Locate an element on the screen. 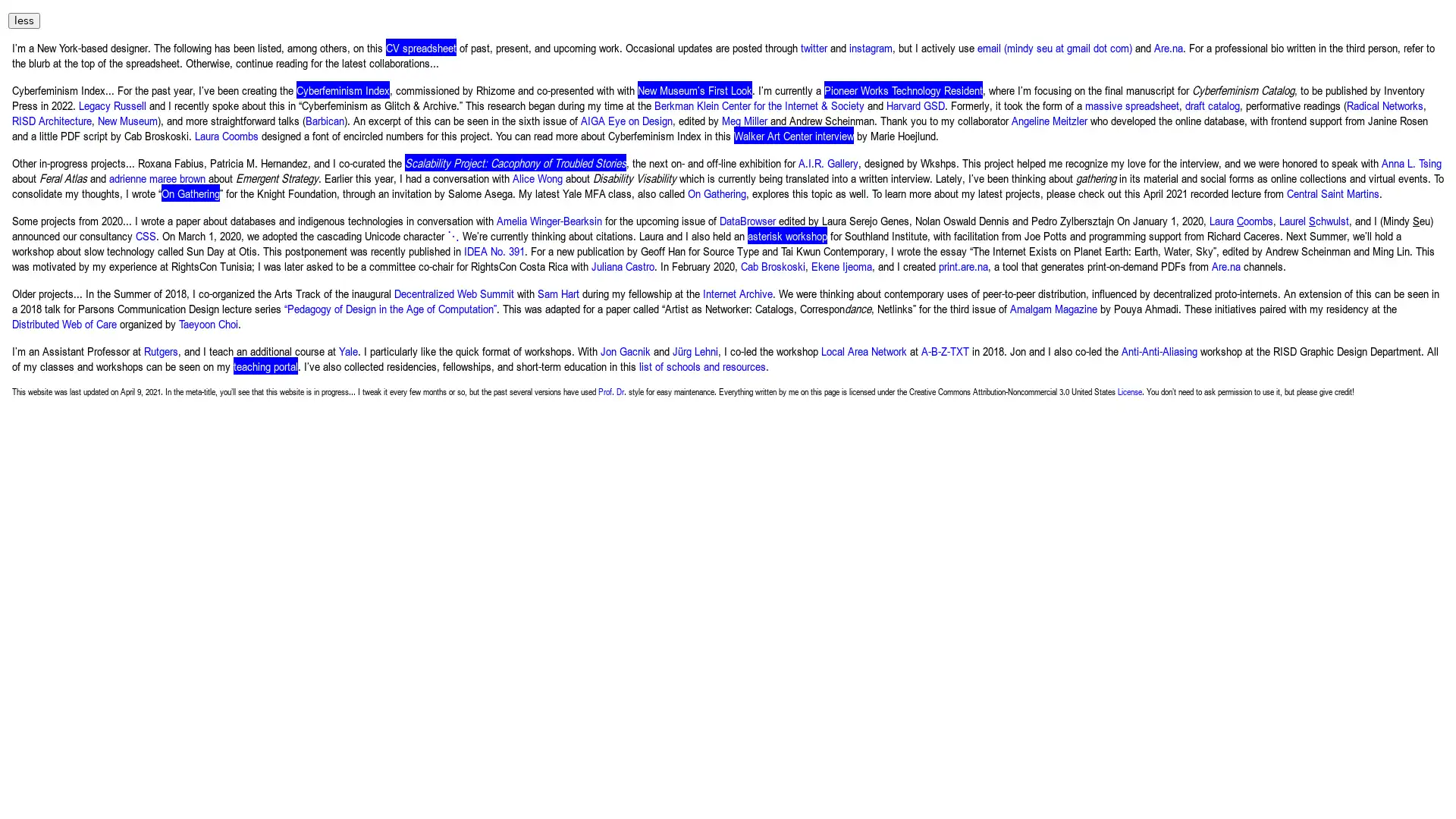 This screenshot has width=1456, height=819. less is located at coordinates (24, 20).